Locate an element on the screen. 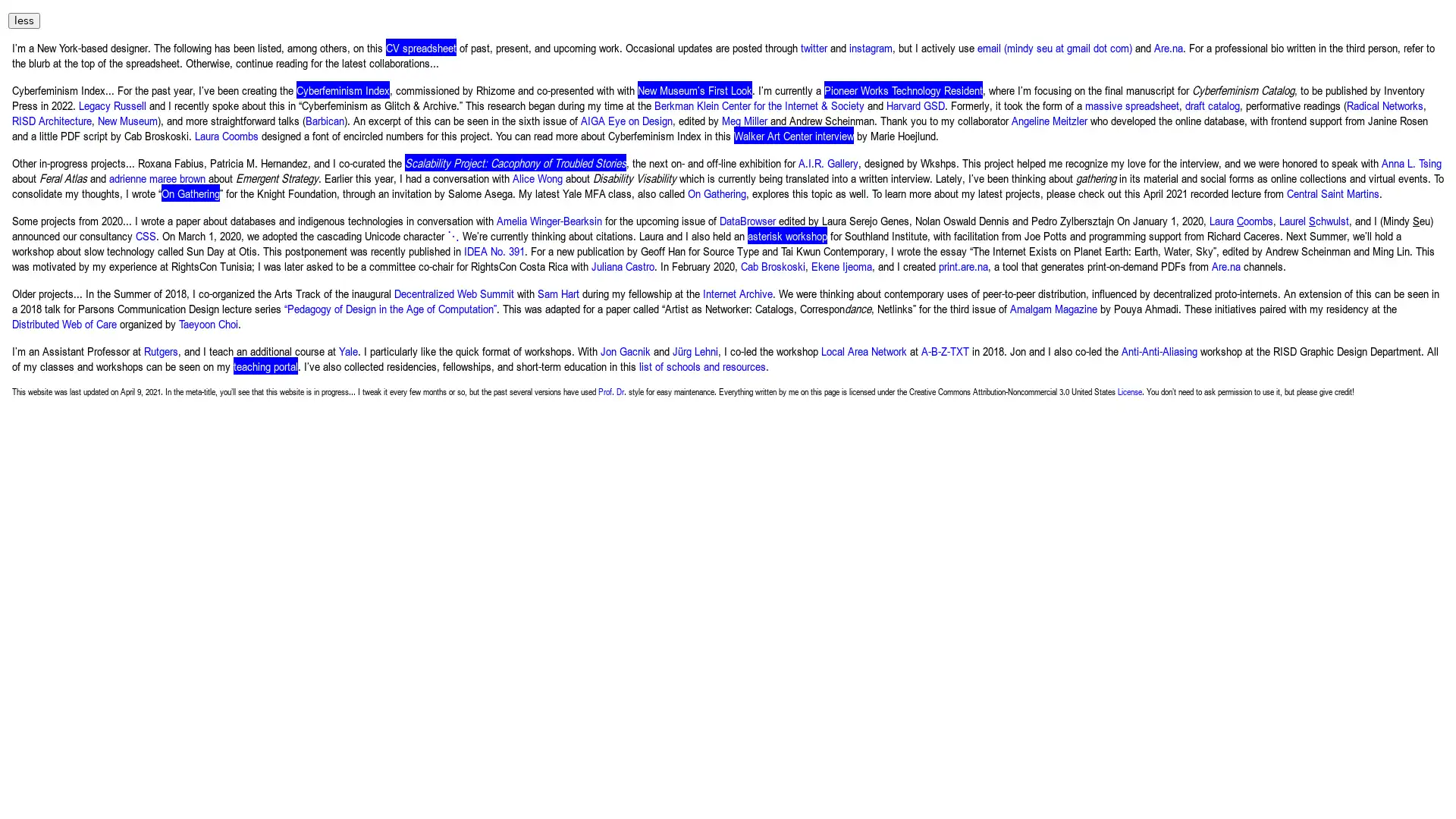 This screenshot has width=1456, height=819. less is located at coordinates (24, 20).